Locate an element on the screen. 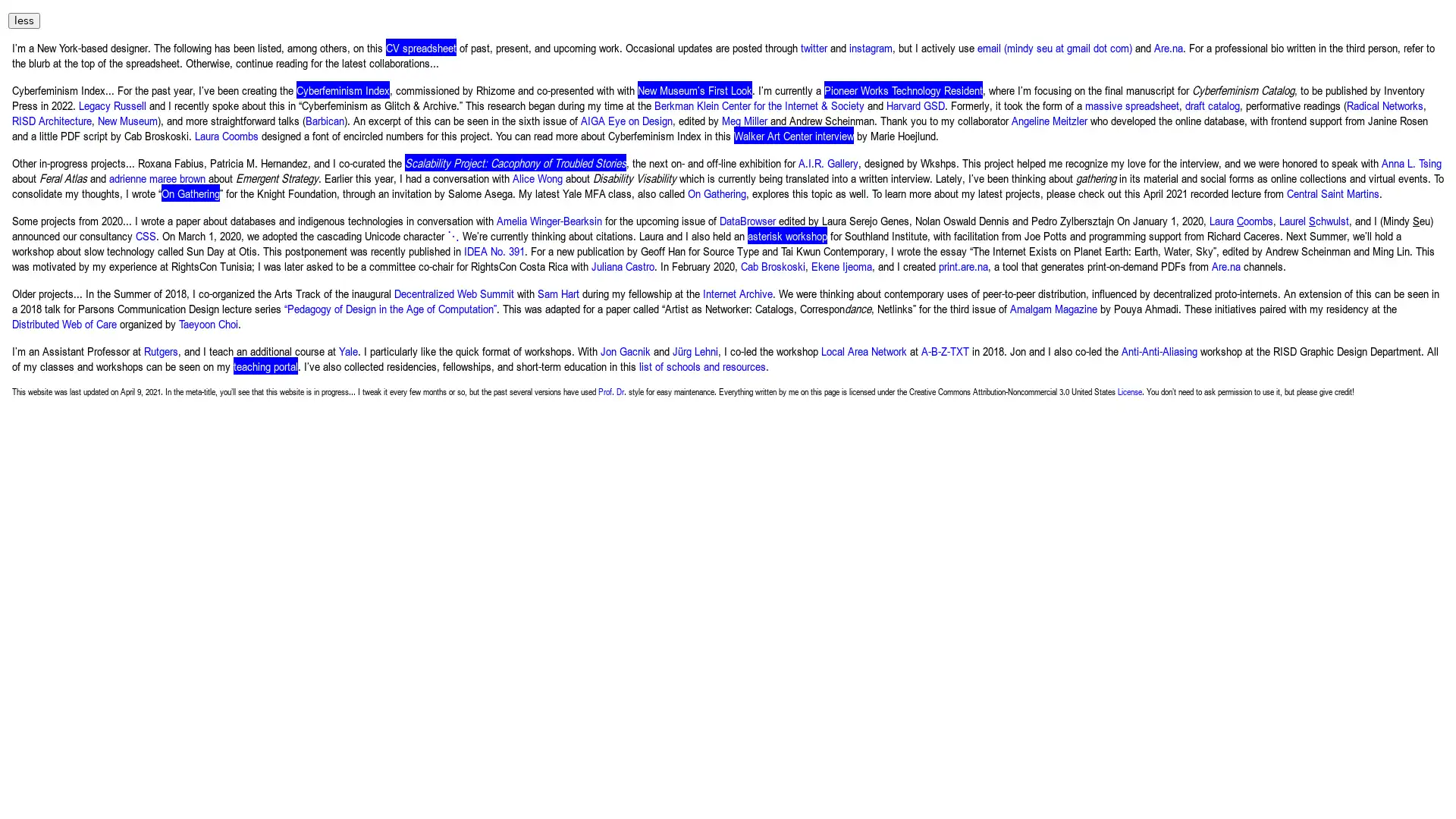 This screenshot has width=1456, height=819. less is located at coordinates (24, 20).